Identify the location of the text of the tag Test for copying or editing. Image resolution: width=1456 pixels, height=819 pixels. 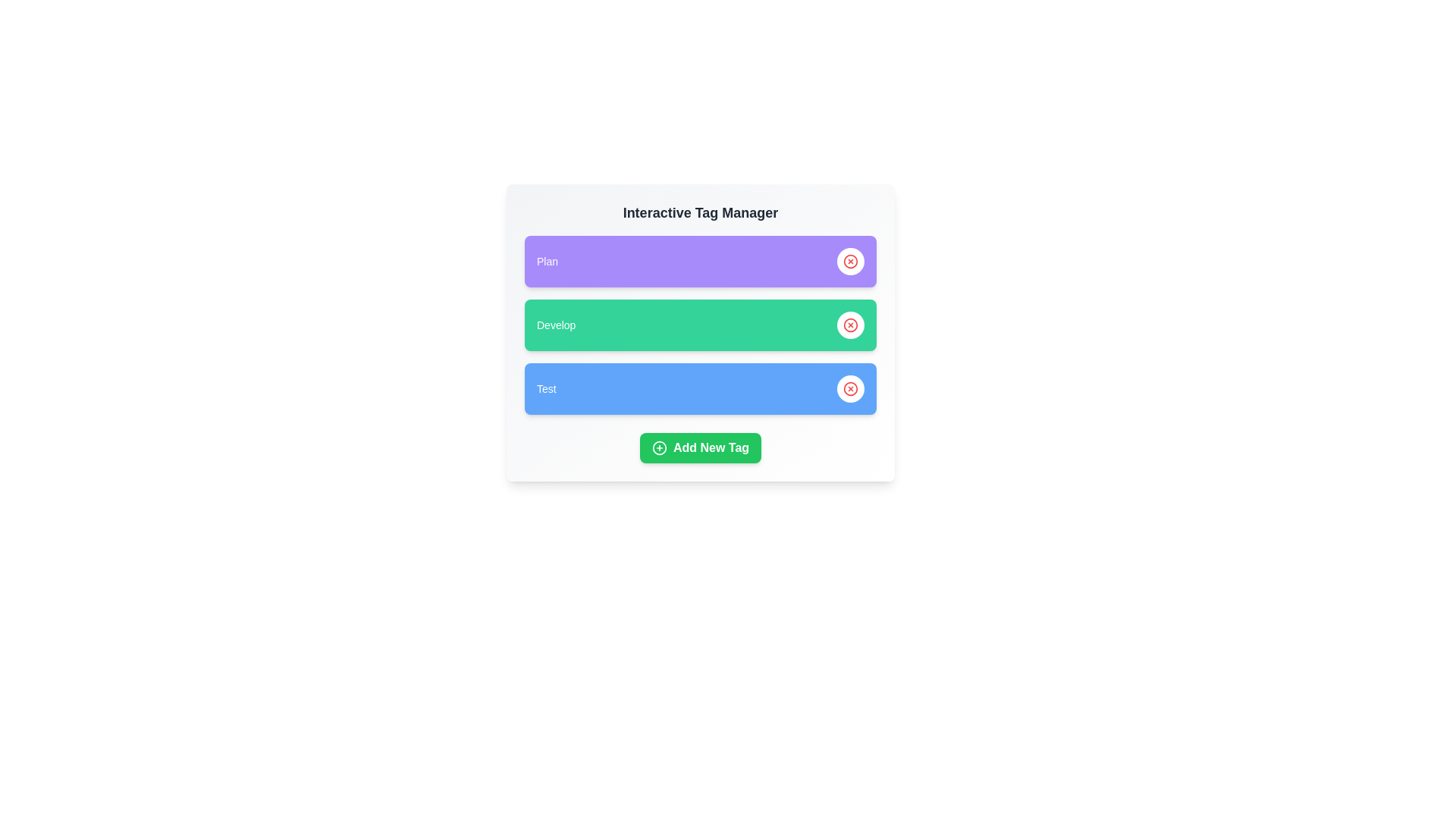
(546, 388).